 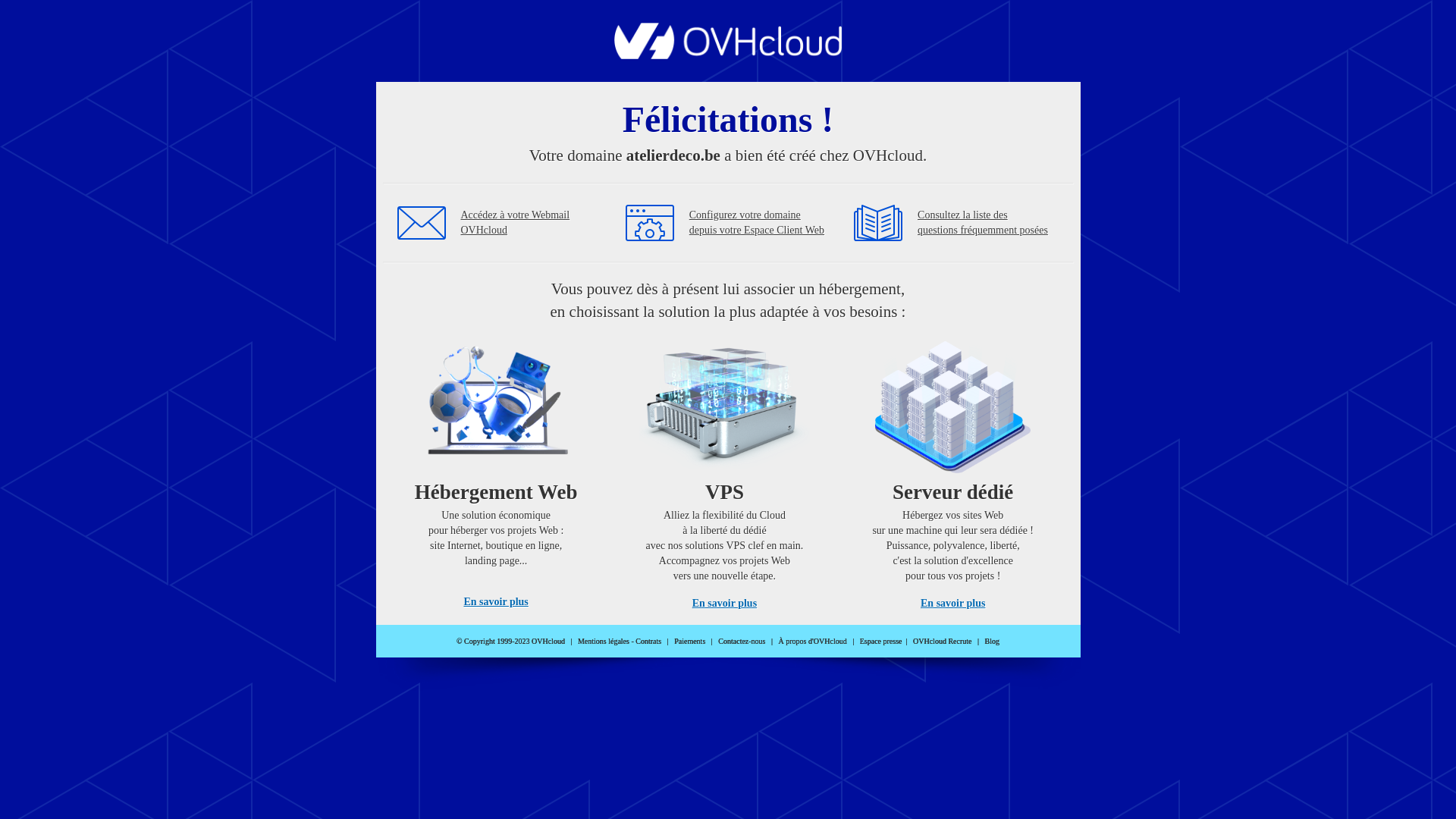 I want to click on 'En savoir plus', so click(x=495, y=601).